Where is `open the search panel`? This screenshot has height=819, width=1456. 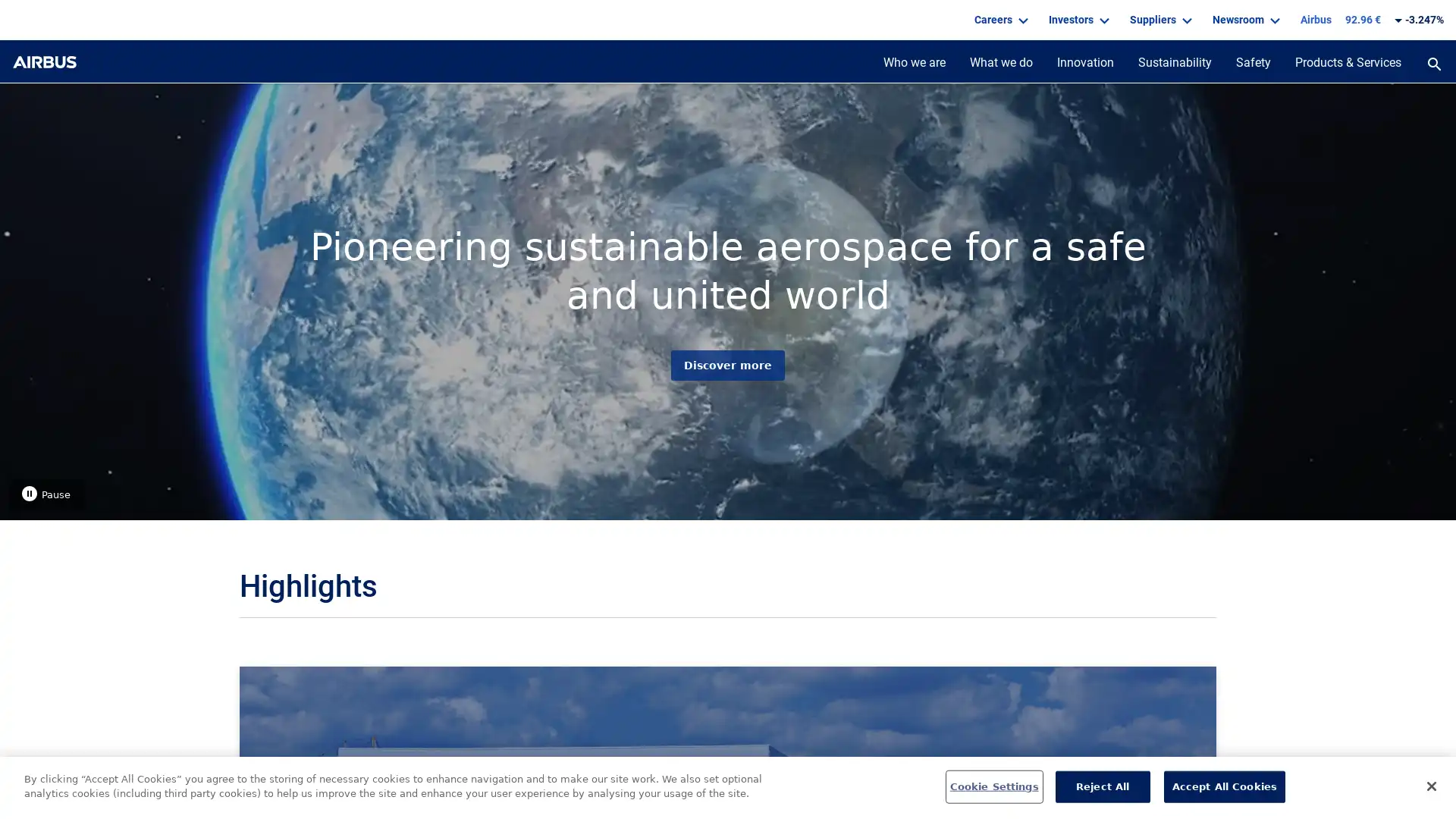 open the search panel is located at coordinates (1433, 65).